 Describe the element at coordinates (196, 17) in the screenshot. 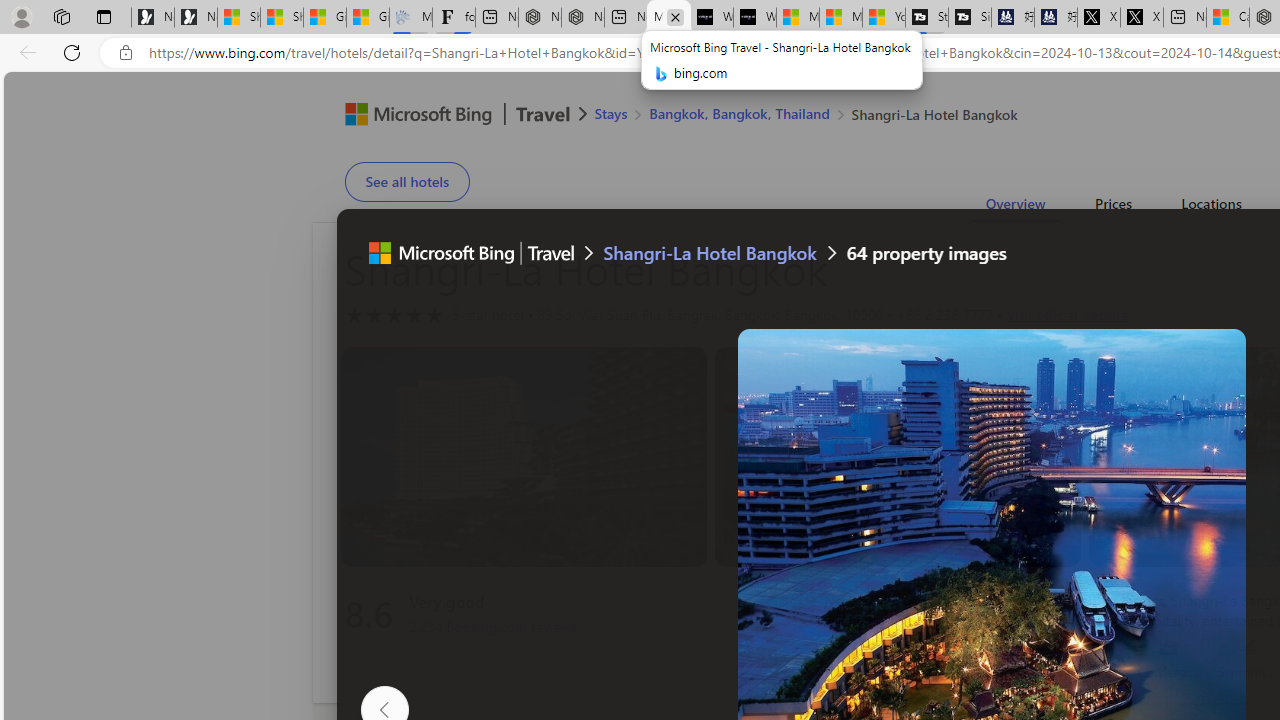

I see `'Newsletter Sign Up'` at that location.